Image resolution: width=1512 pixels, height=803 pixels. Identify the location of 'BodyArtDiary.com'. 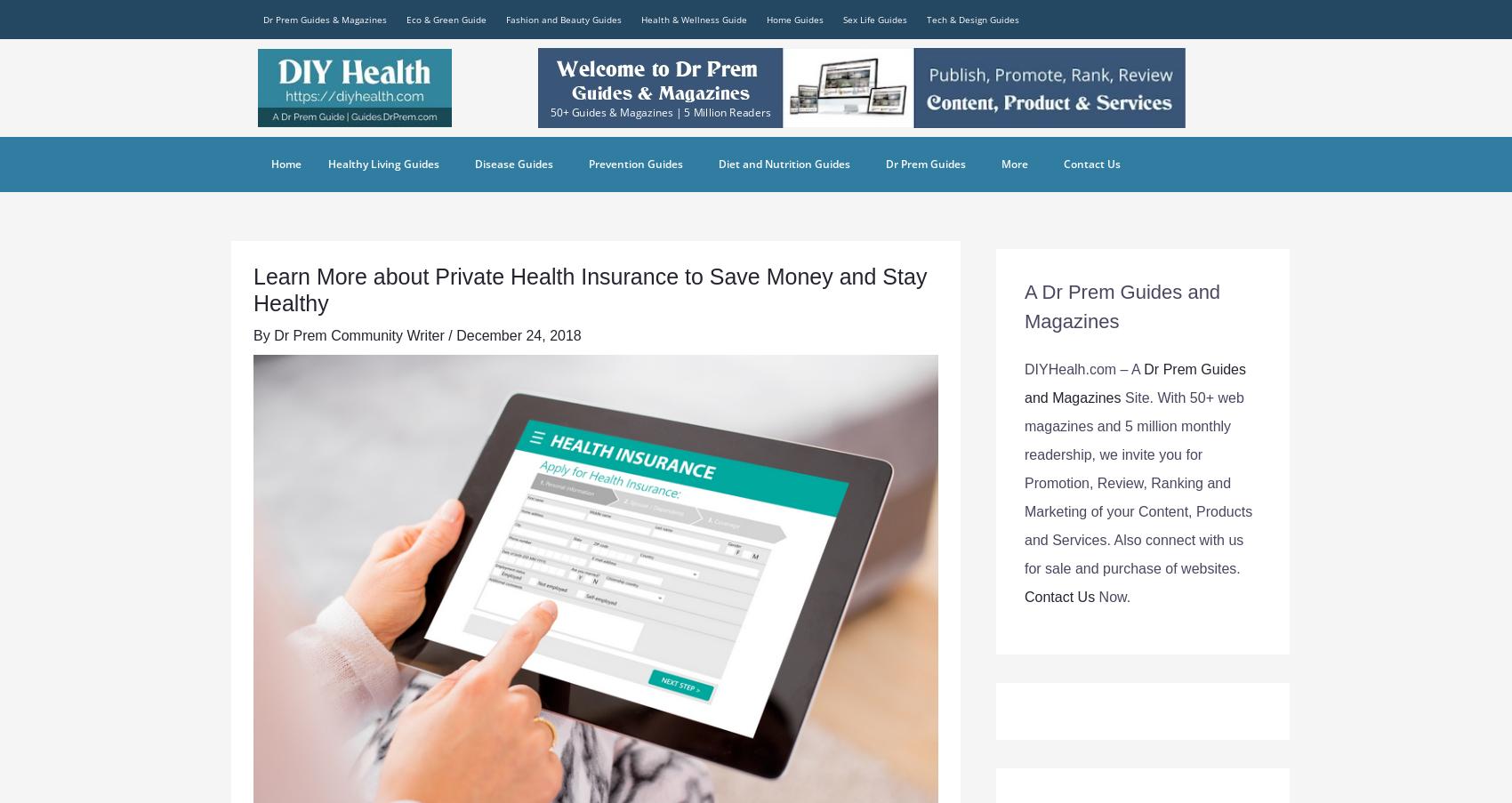
(557, 86).